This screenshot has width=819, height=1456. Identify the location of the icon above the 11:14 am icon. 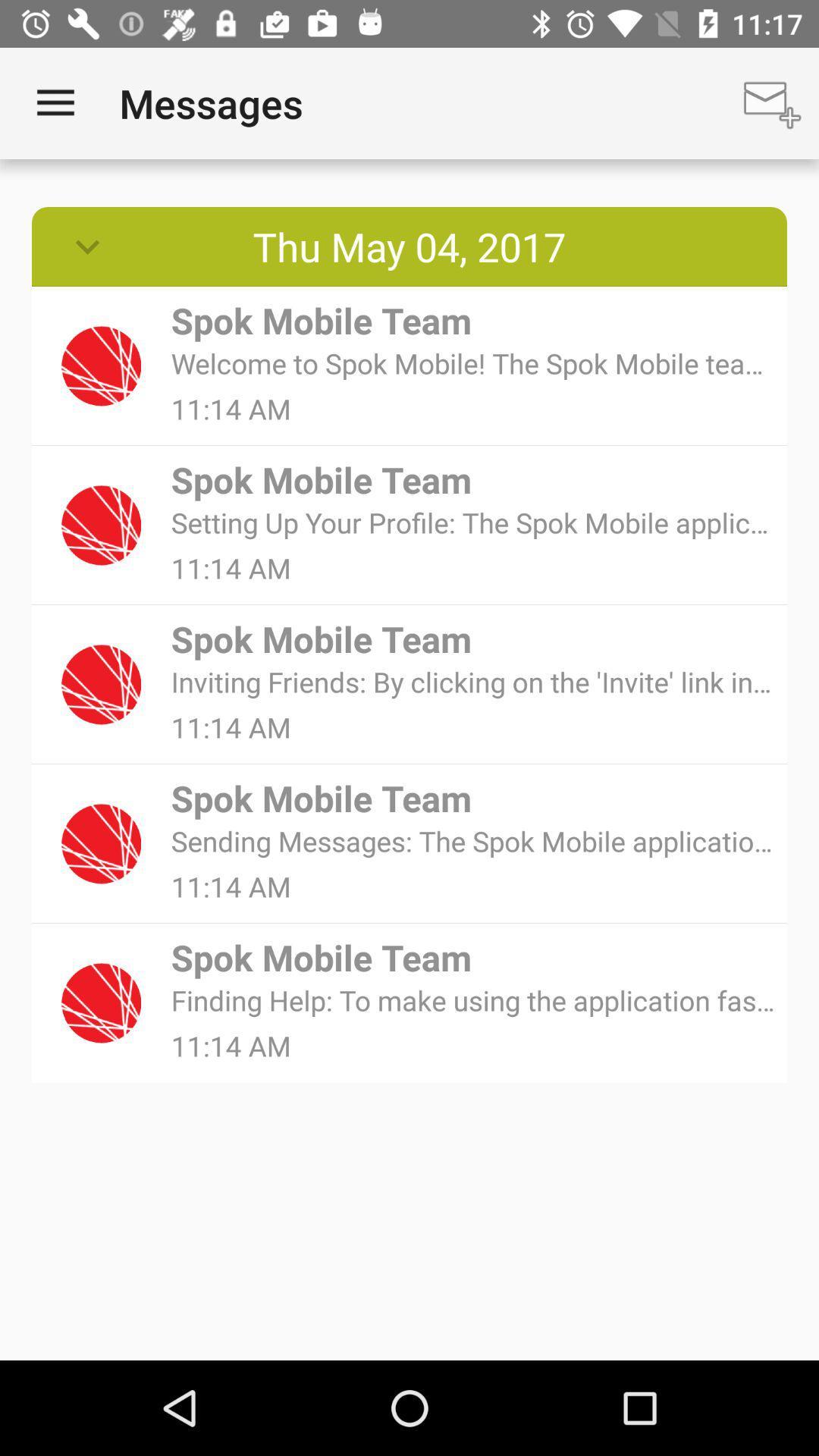
(473, 522).